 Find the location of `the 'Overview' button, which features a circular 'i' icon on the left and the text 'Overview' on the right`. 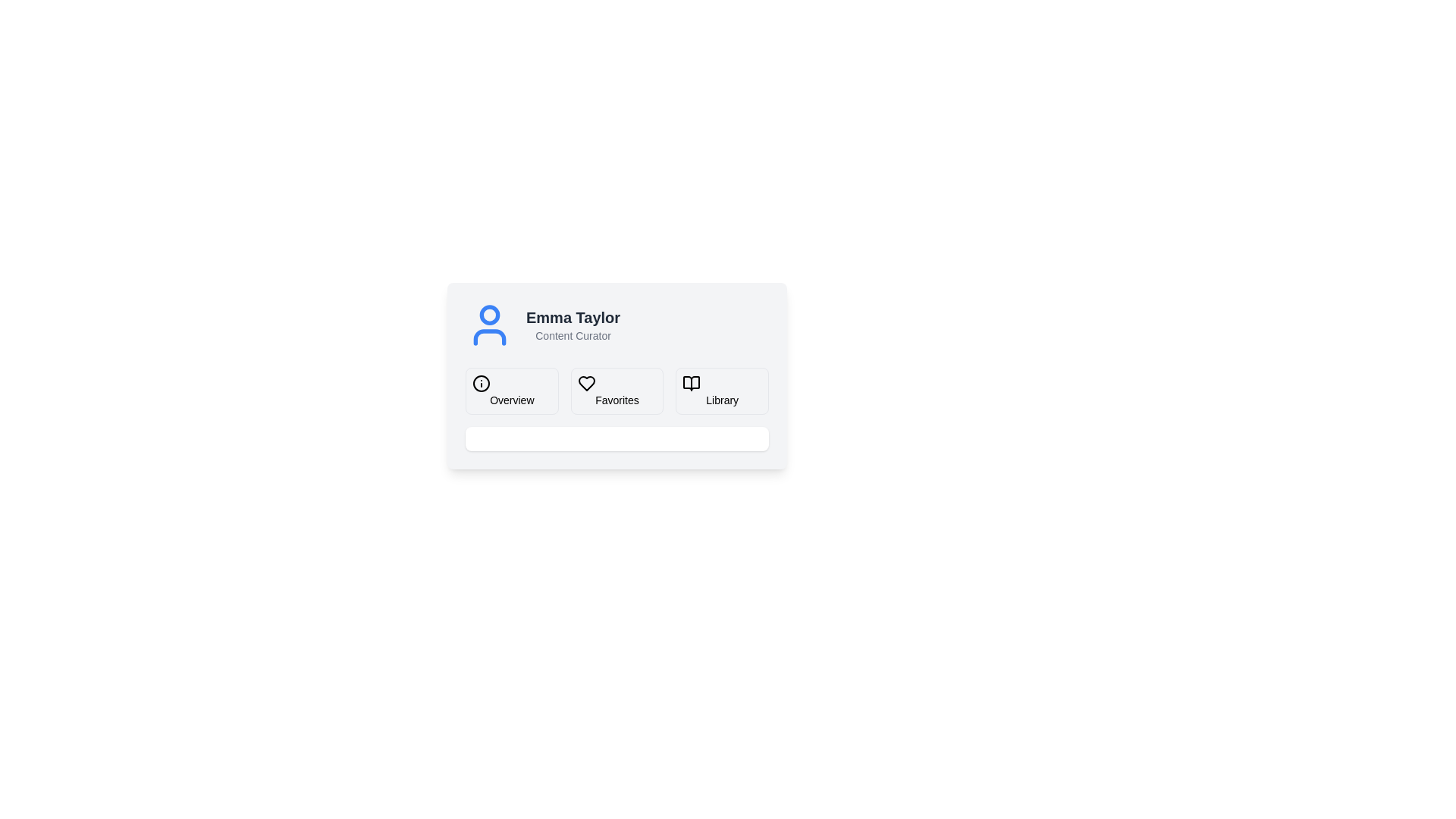

the 'Overview' button, which features a circular 'i' icon on the left and the text 'Overview' on the right is located at coordinates (512, 391).